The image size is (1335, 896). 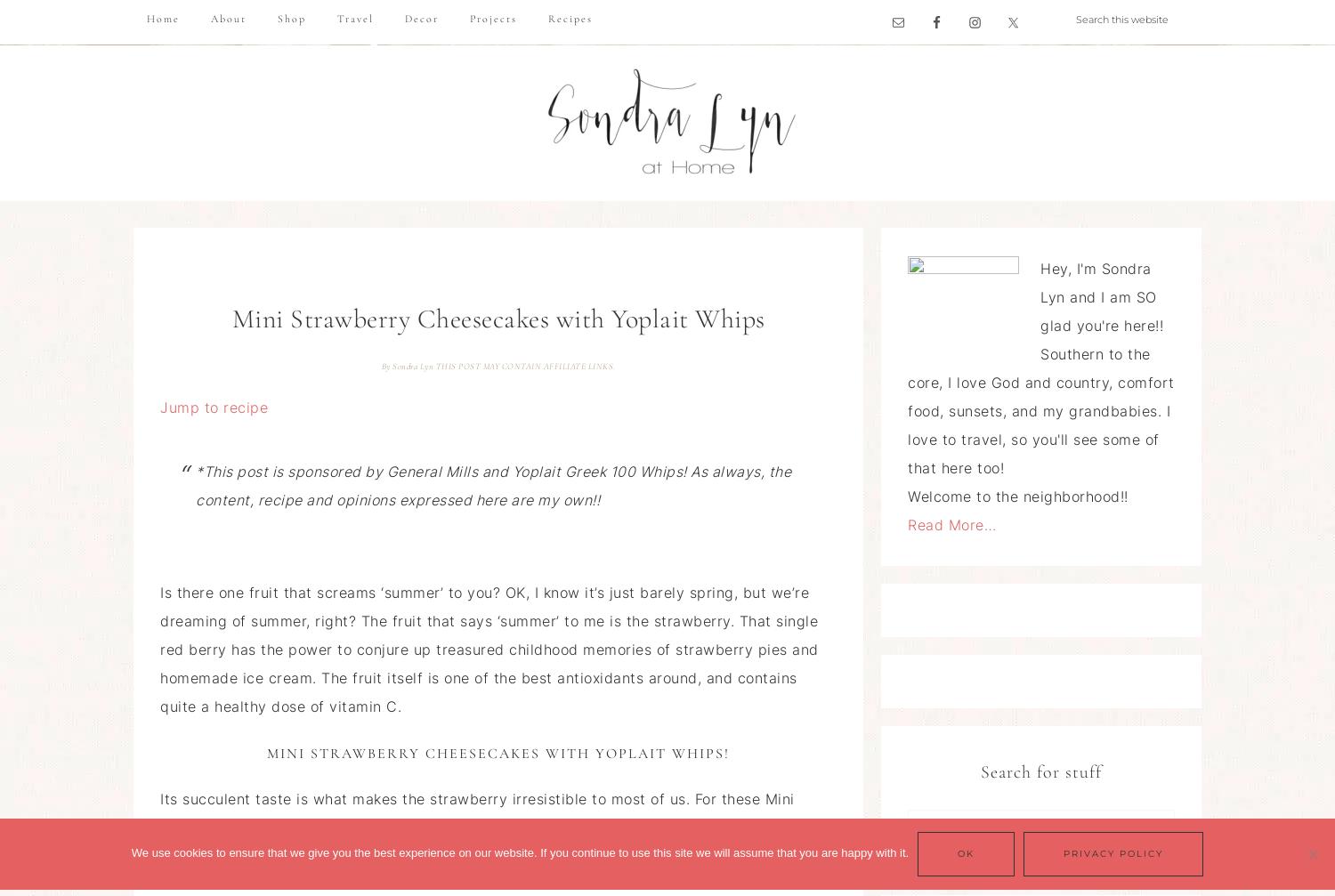 I want to click on 'Decor', so click(x=421, y=19).